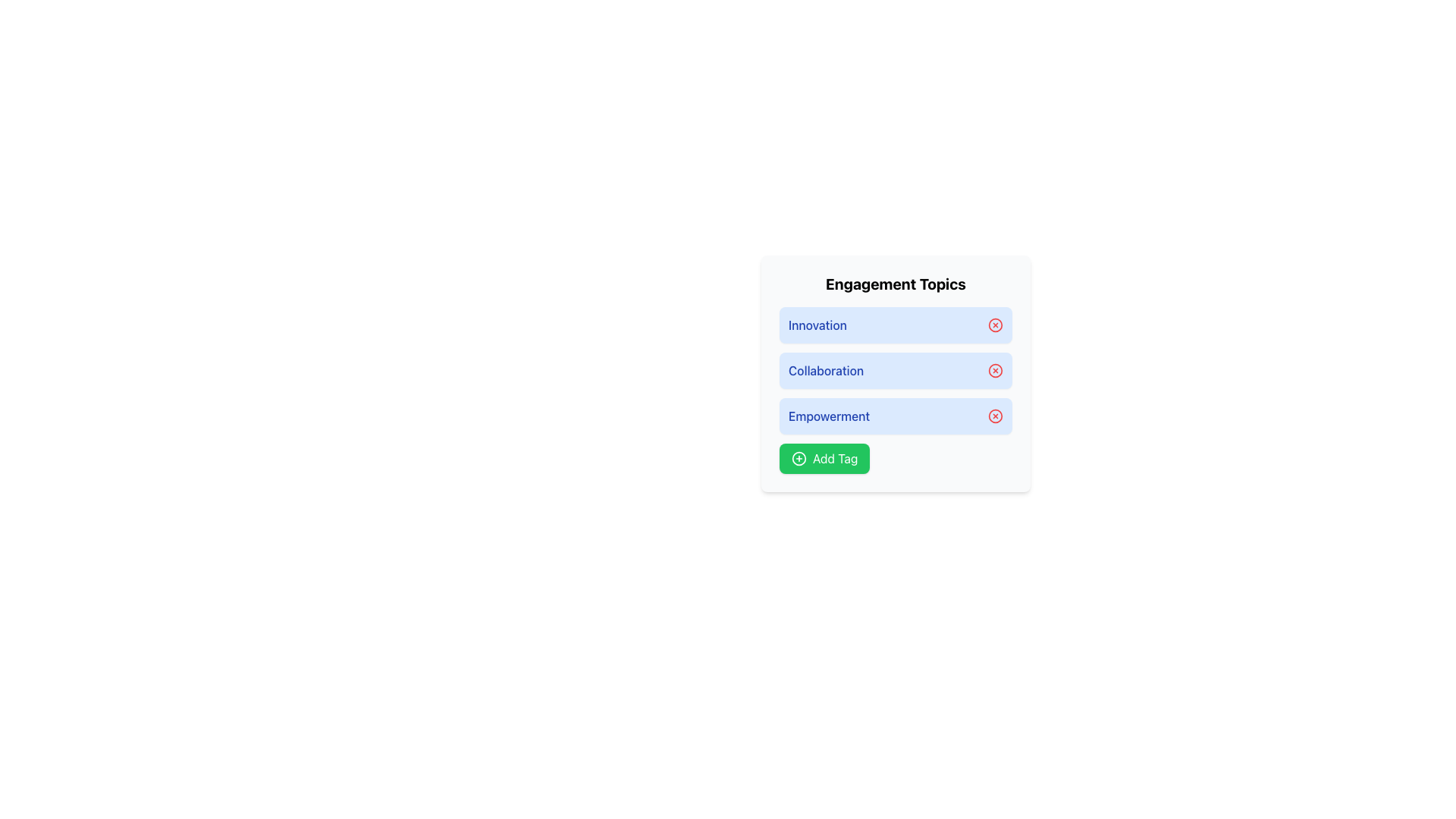  What do you see at coordinates (799, 458) in the screenshot?
I see `the circular plus icon within the green 'Add Tag' button located at the bottom section of the modal` at bounding box center [799, 458].